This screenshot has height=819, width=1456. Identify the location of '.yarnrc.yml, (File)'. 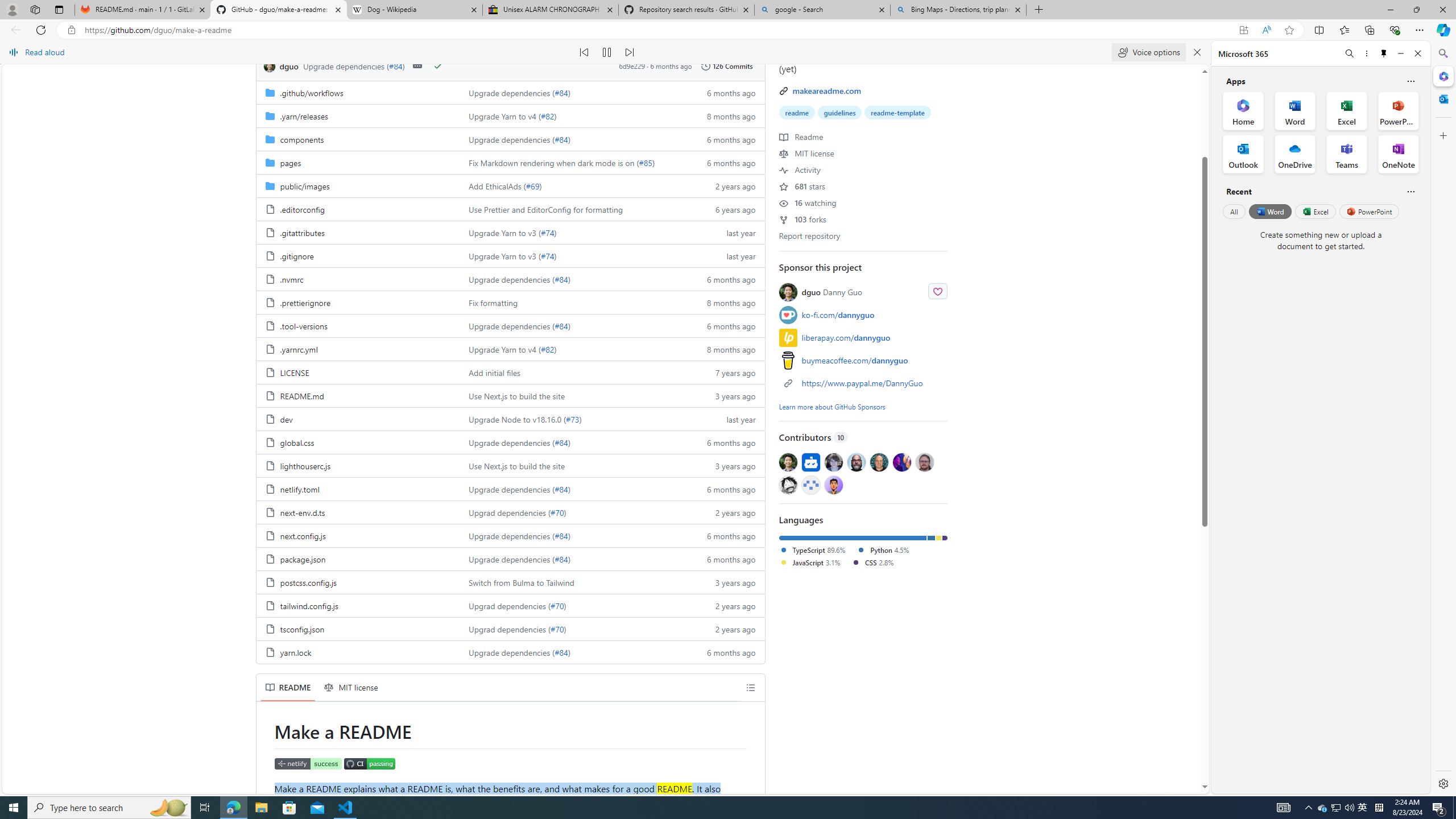
(357, 348).